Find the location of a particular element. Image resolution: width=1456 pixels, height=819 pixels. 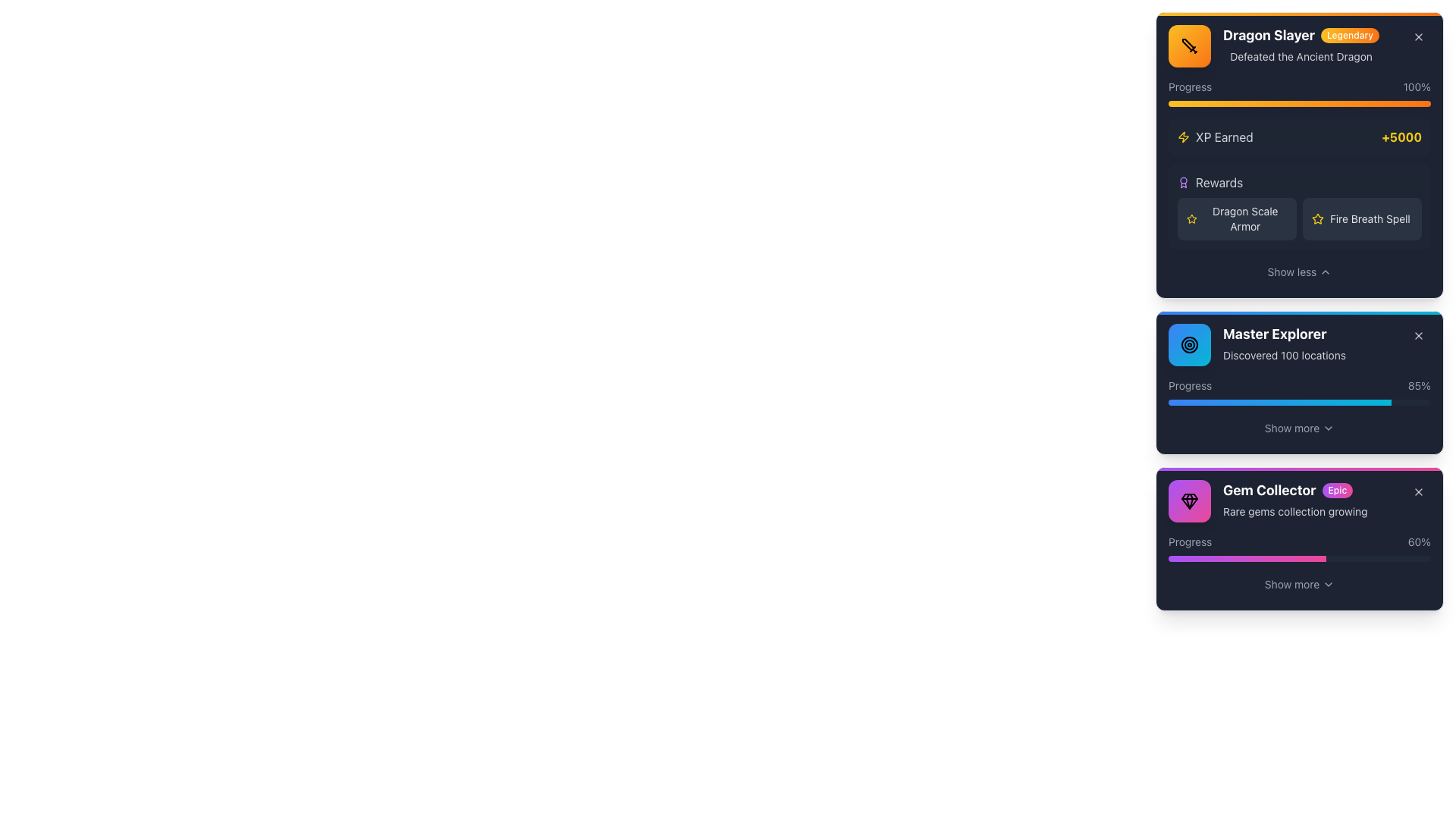

the pink gem-shaped SVG graphic icon located in the 'Gem Collector' card, which is the third card in the right-side panel is located at coordinates (1189, 501).